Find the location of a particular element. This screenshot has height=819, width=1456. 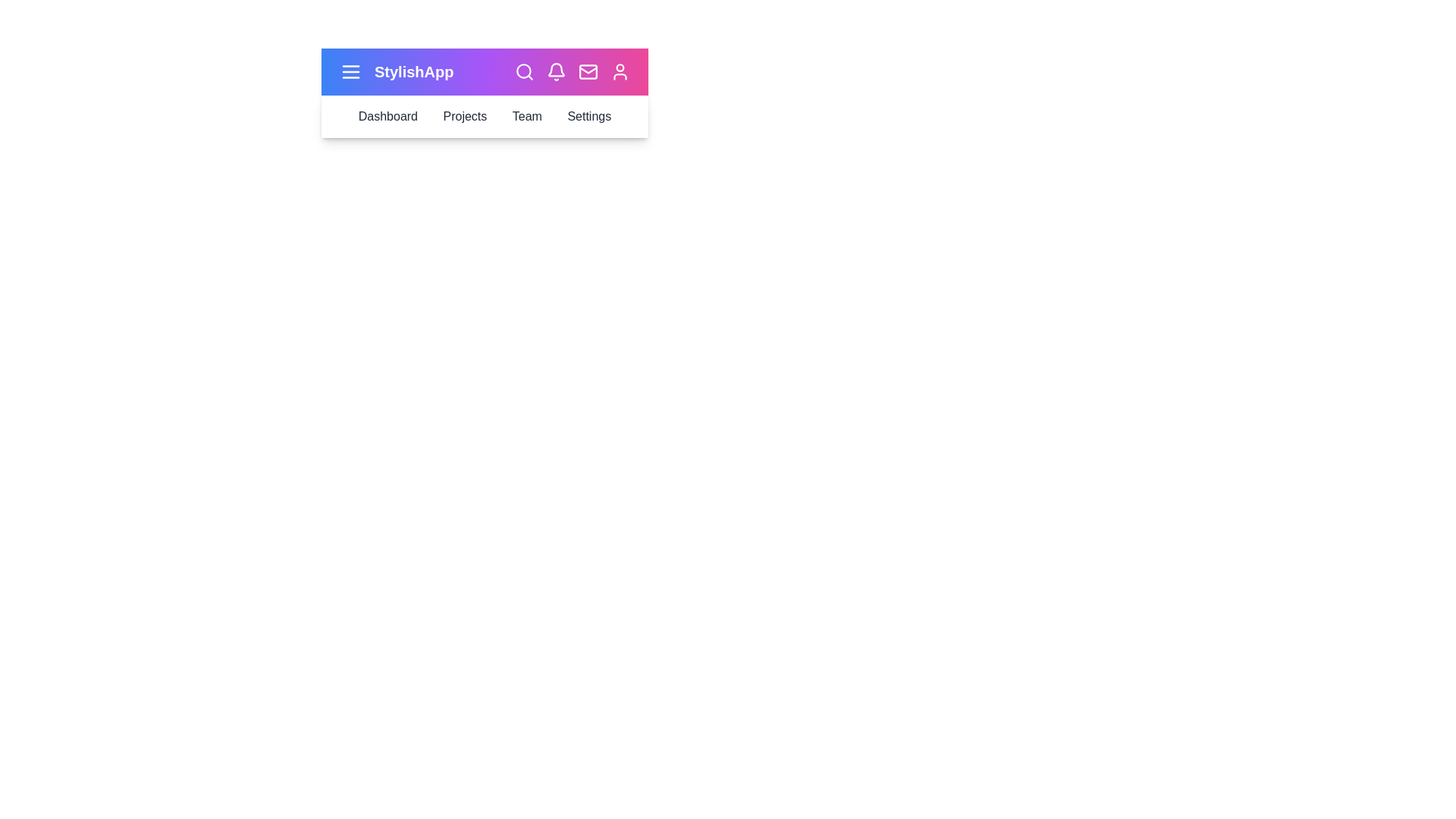

the 'Team' navigation item is located at coordinates (527, 116).